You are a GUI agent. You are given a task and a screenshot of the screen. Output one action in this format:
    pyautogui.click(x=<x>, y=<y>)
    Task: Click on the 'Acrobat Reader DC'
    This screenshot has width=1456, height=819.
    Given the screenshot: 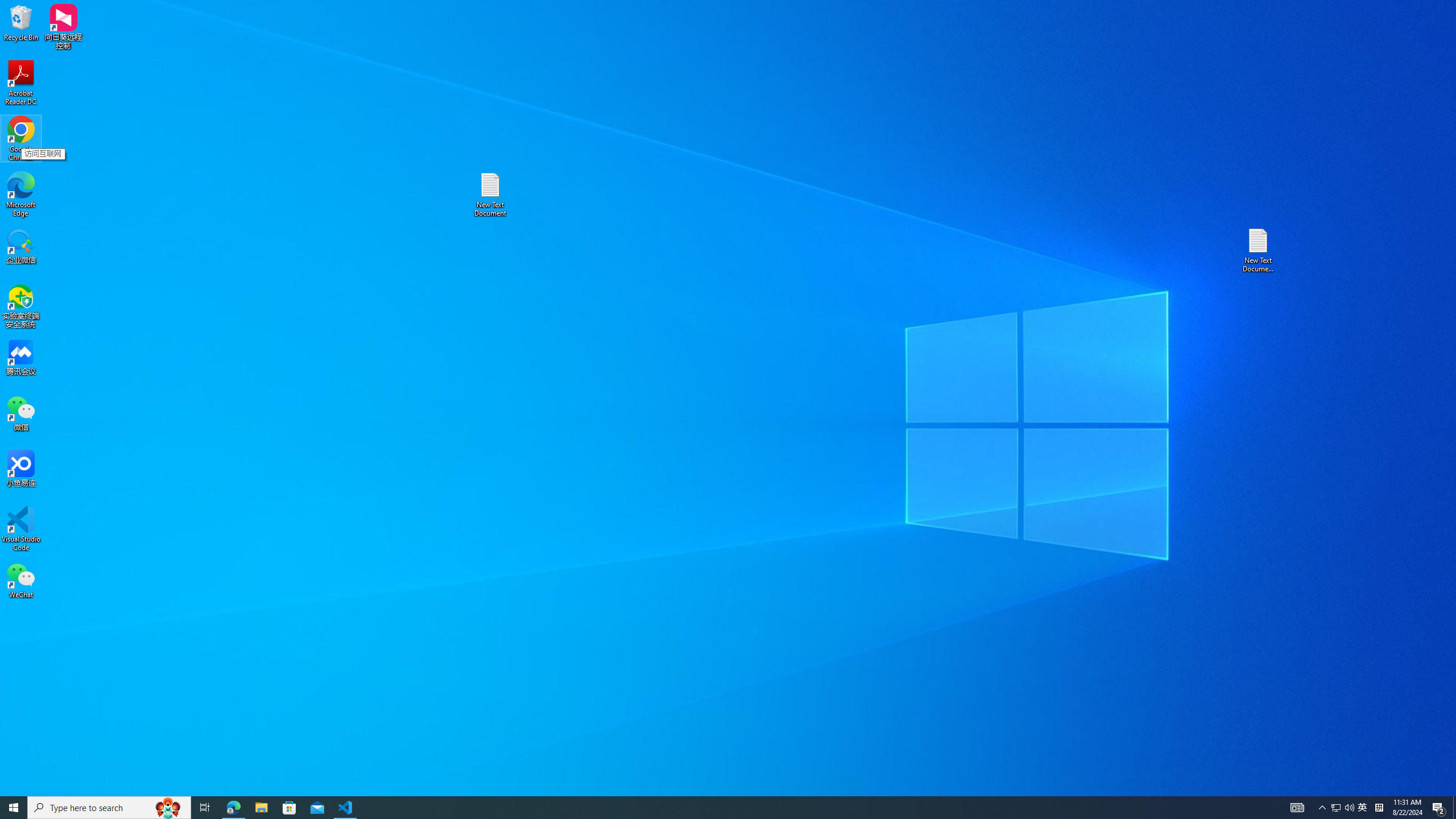 What is the action you would take?
    pyautogui.click(x=20, y=82)
    